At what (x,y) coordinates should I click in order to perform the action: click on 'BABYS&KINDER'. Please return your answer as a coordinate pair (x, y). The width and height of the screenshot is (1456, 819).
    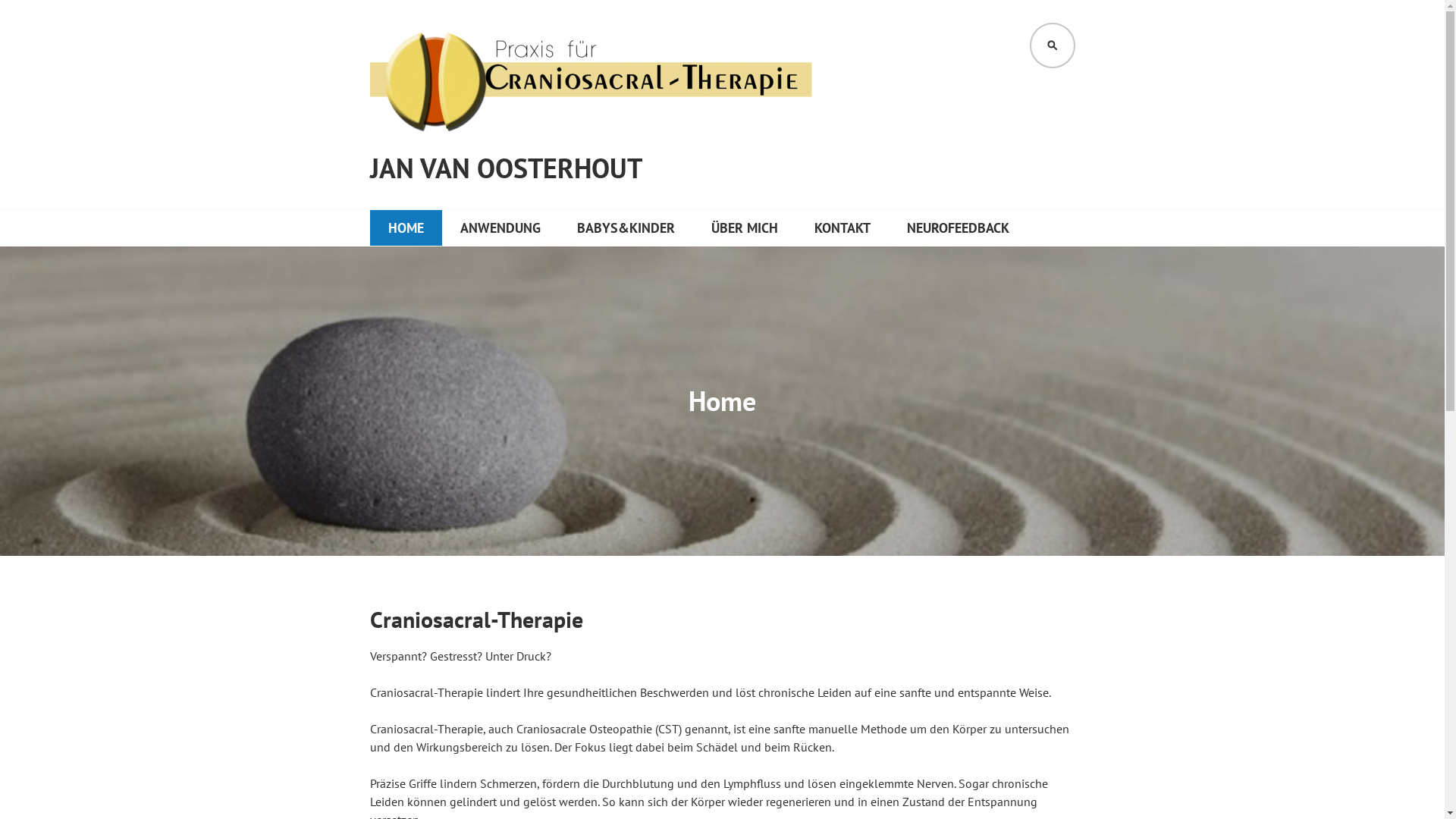
    Looking at the image, I should click on (625, 227).